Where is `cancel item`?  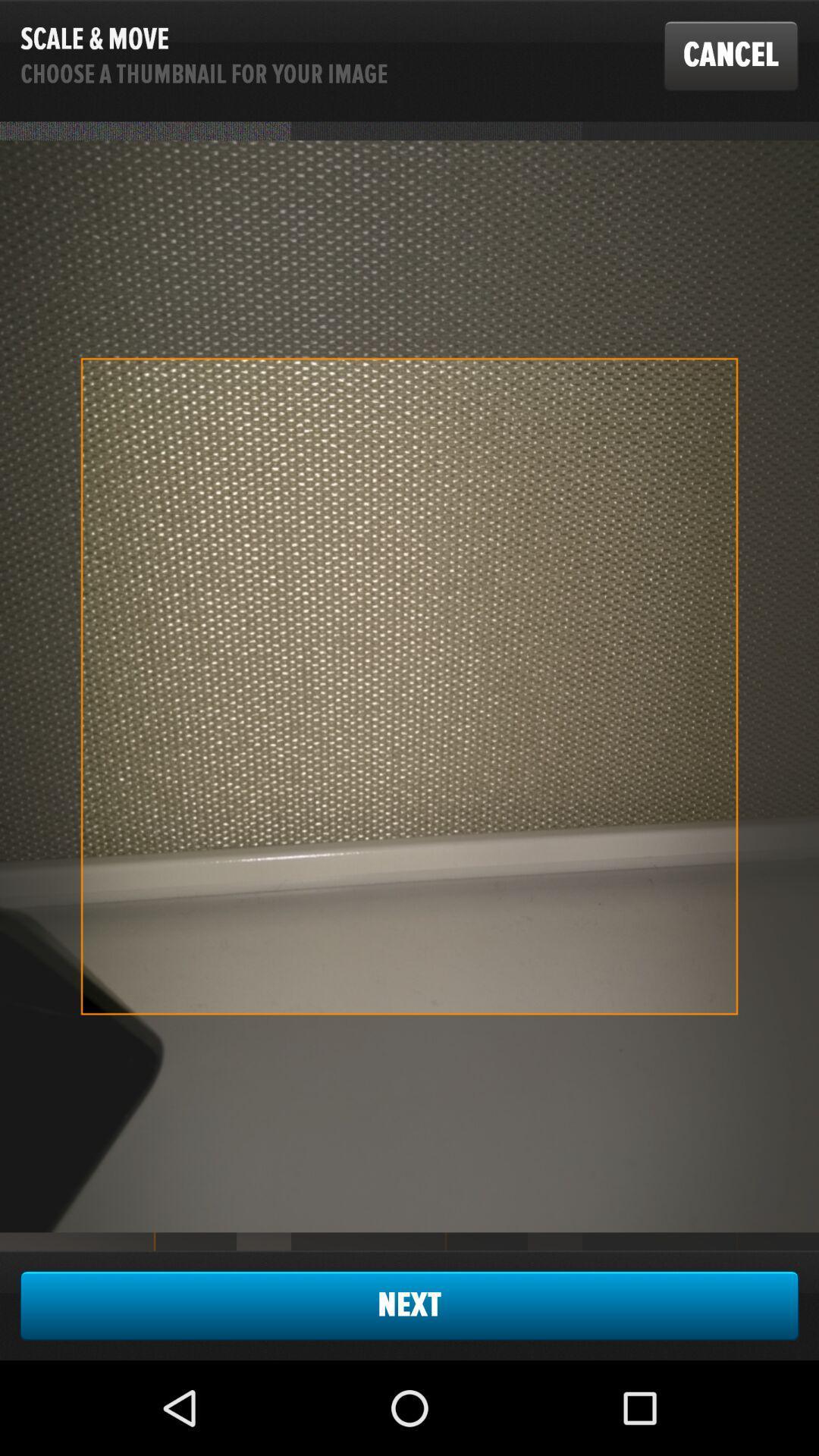
cancel item is located at coordinates (730, 55).